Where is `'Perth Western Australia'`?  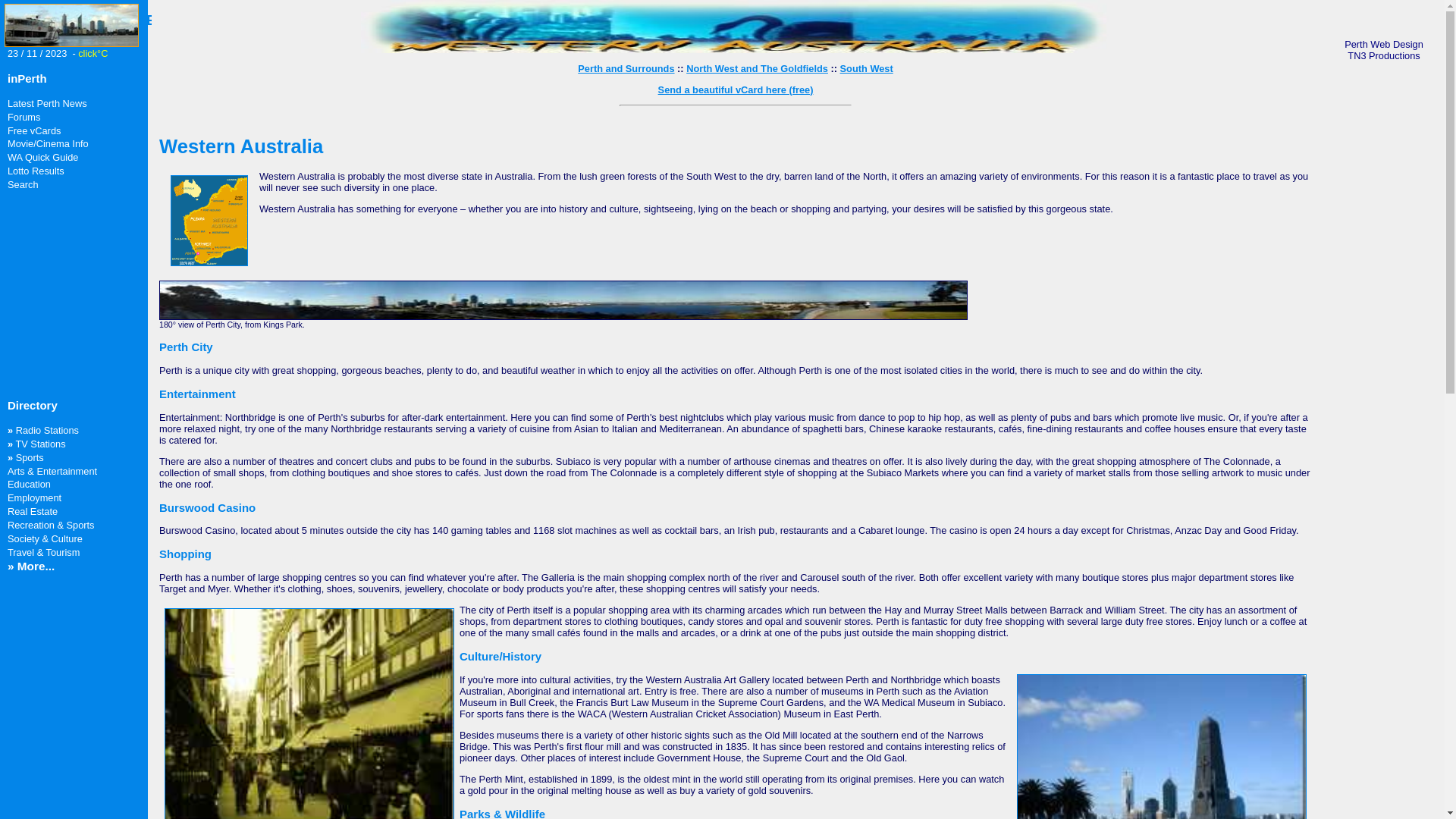 'Perth Western Australia' is located at coordinates (735, 49).